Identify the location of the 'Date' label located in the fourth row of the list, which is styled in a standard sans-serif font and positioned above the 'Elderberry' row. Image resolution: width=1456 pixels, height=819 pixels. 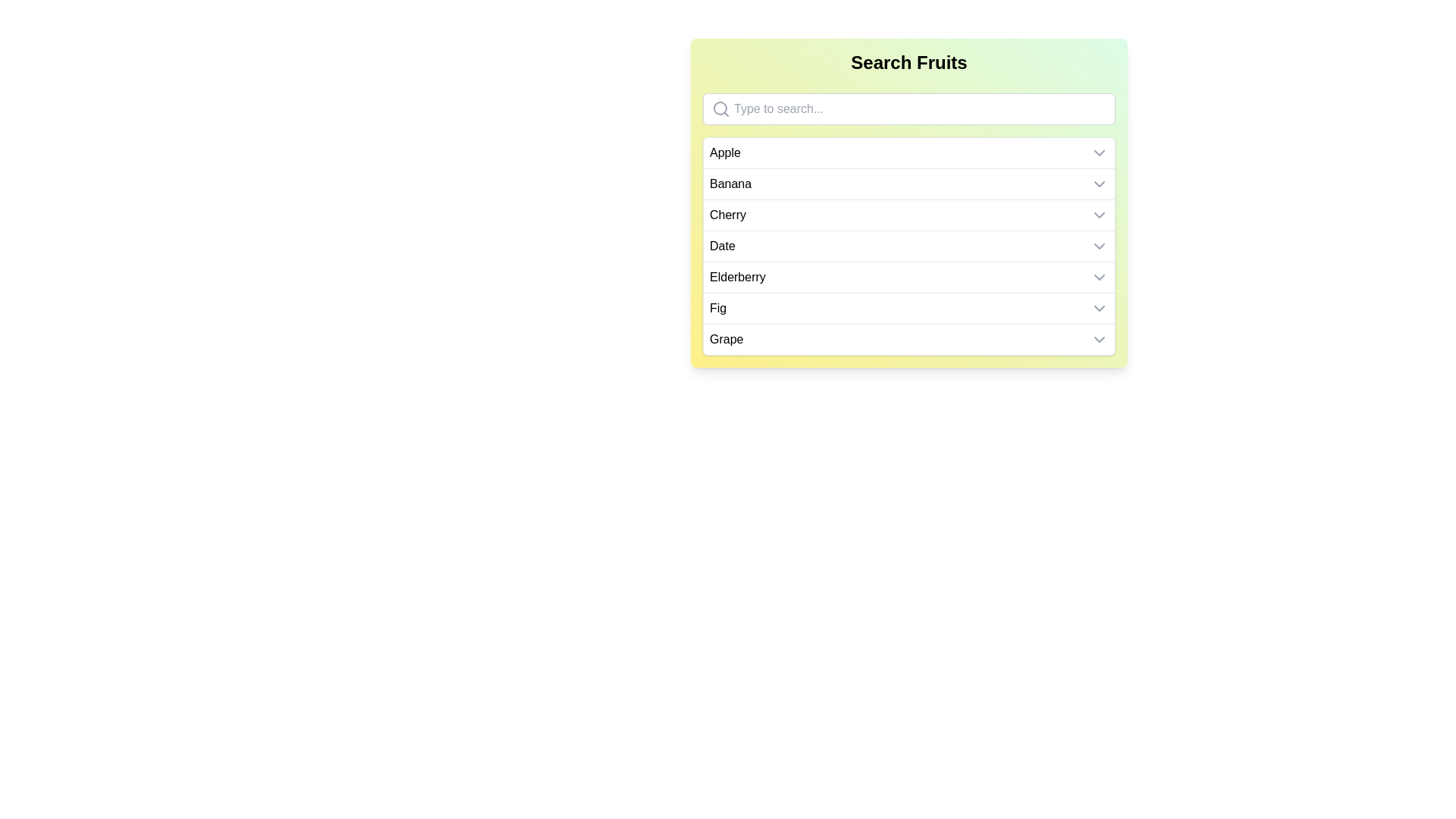
(721, 245).